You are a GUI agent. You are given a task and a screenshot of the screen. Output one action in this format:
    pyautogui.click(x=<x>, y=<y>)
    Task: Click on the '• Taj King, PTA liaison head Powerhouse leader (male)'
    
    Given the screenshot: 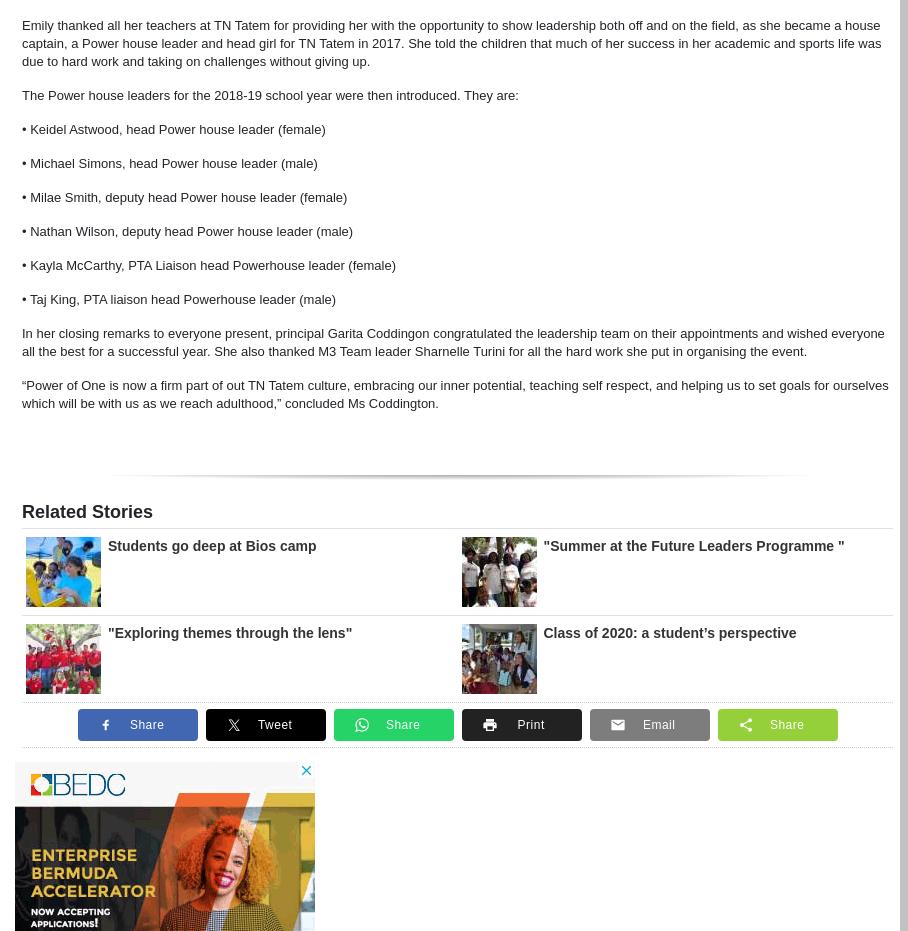 What is the action you would take?
    pyautogui.click(x=177, y=297)
    